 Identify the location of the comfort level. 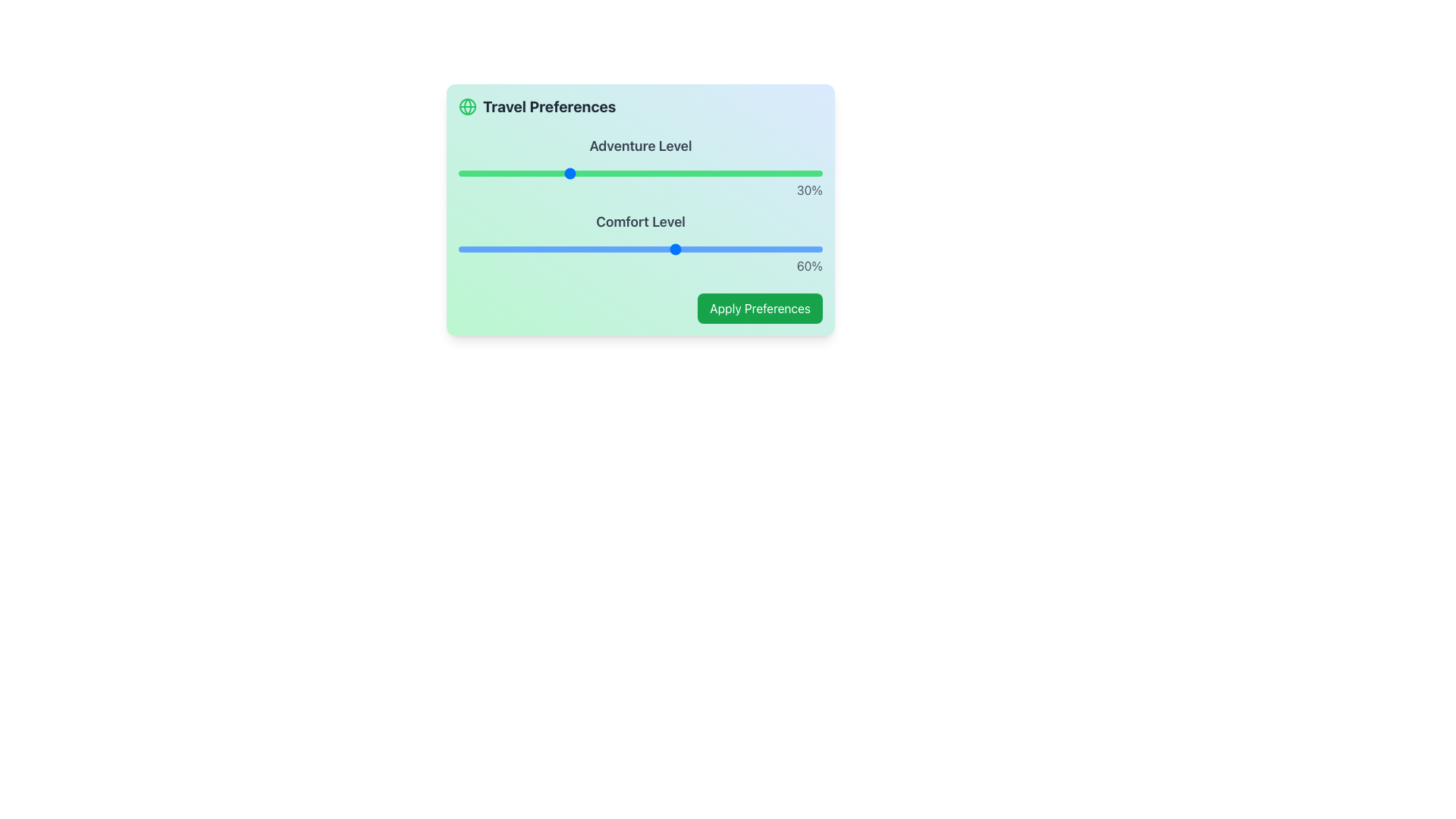
(588, 248).